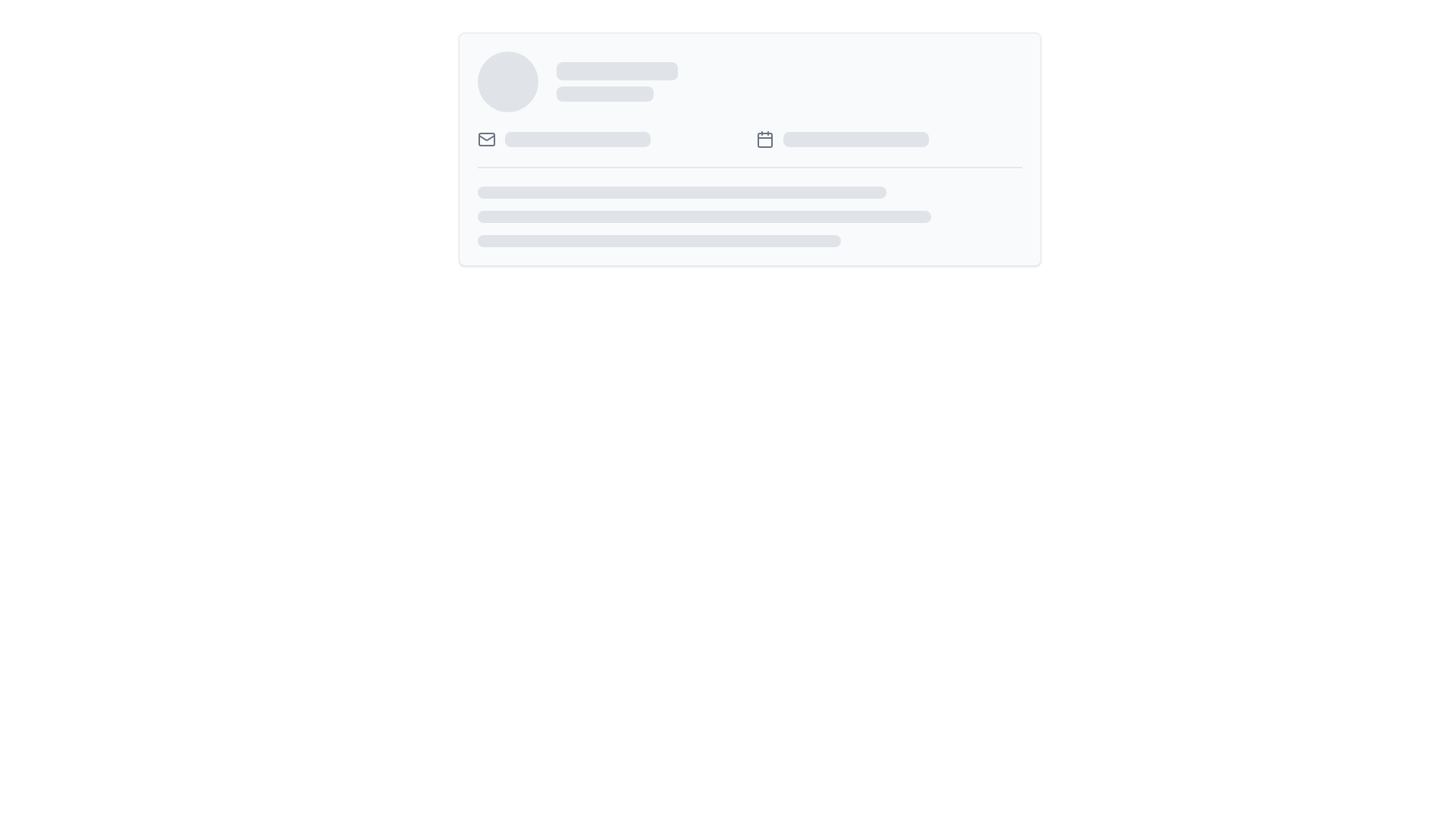 The width and height of the screenshot is (1456, 819). I want to click on the Loading animation bar, which is the third element in a vertical stack of three similar horizontal bars with a gray background and rounded ends, so click(659, 240).